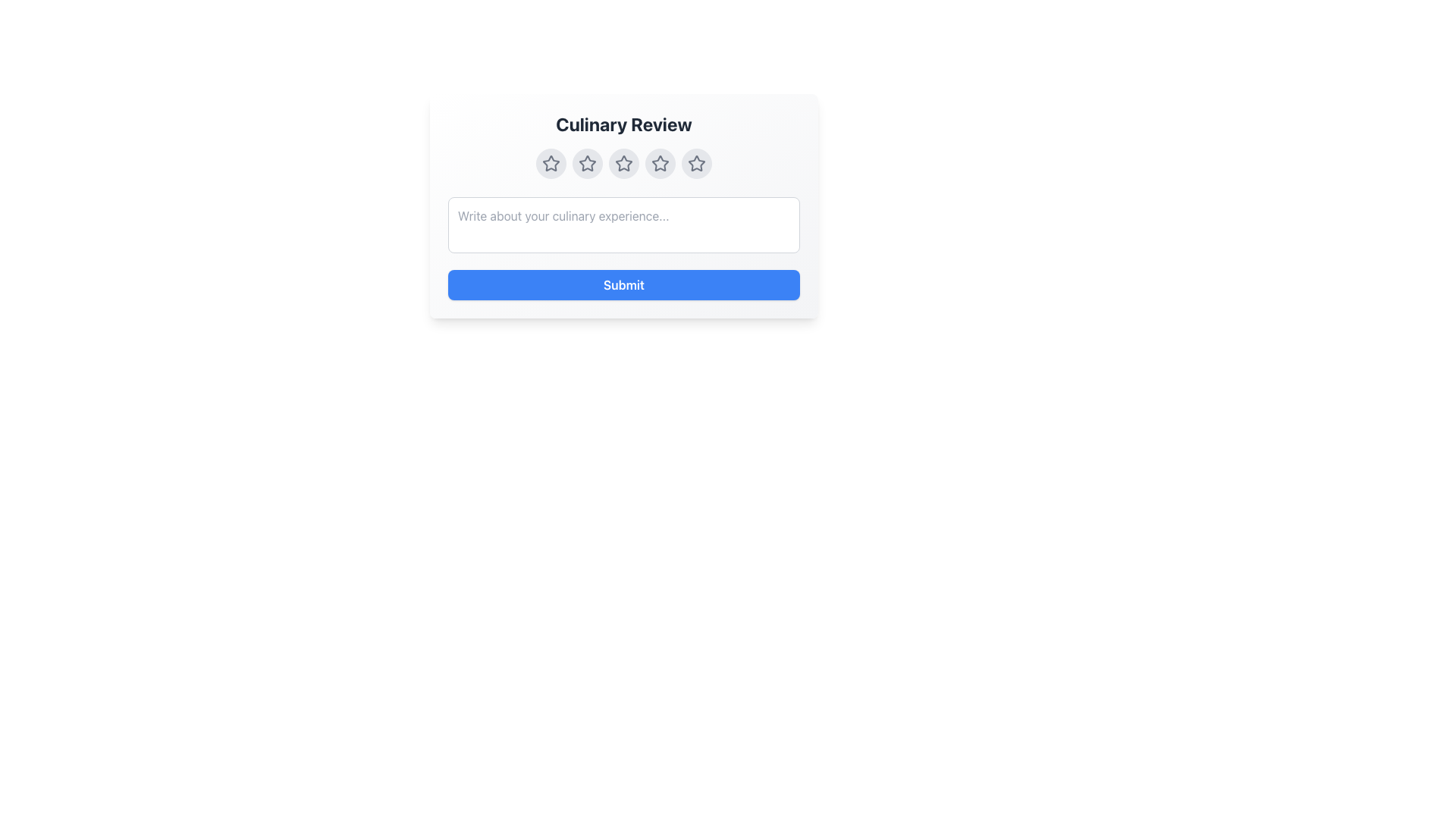  What do you see at coordinates (623, 164) in the screenshot?
I see `the third star icon` at bounding box center [623, 164].